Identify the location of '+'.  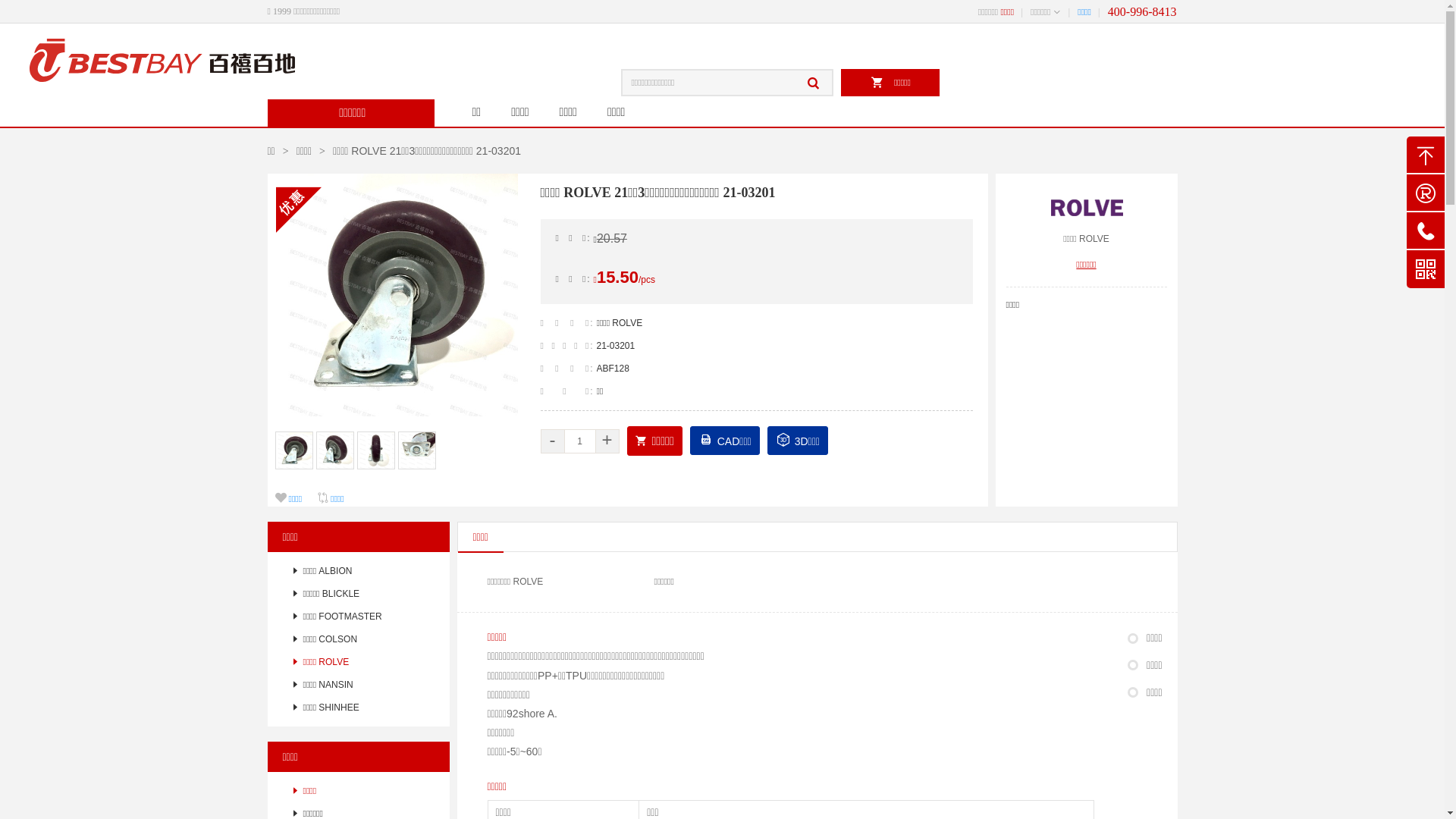
(607, 441).